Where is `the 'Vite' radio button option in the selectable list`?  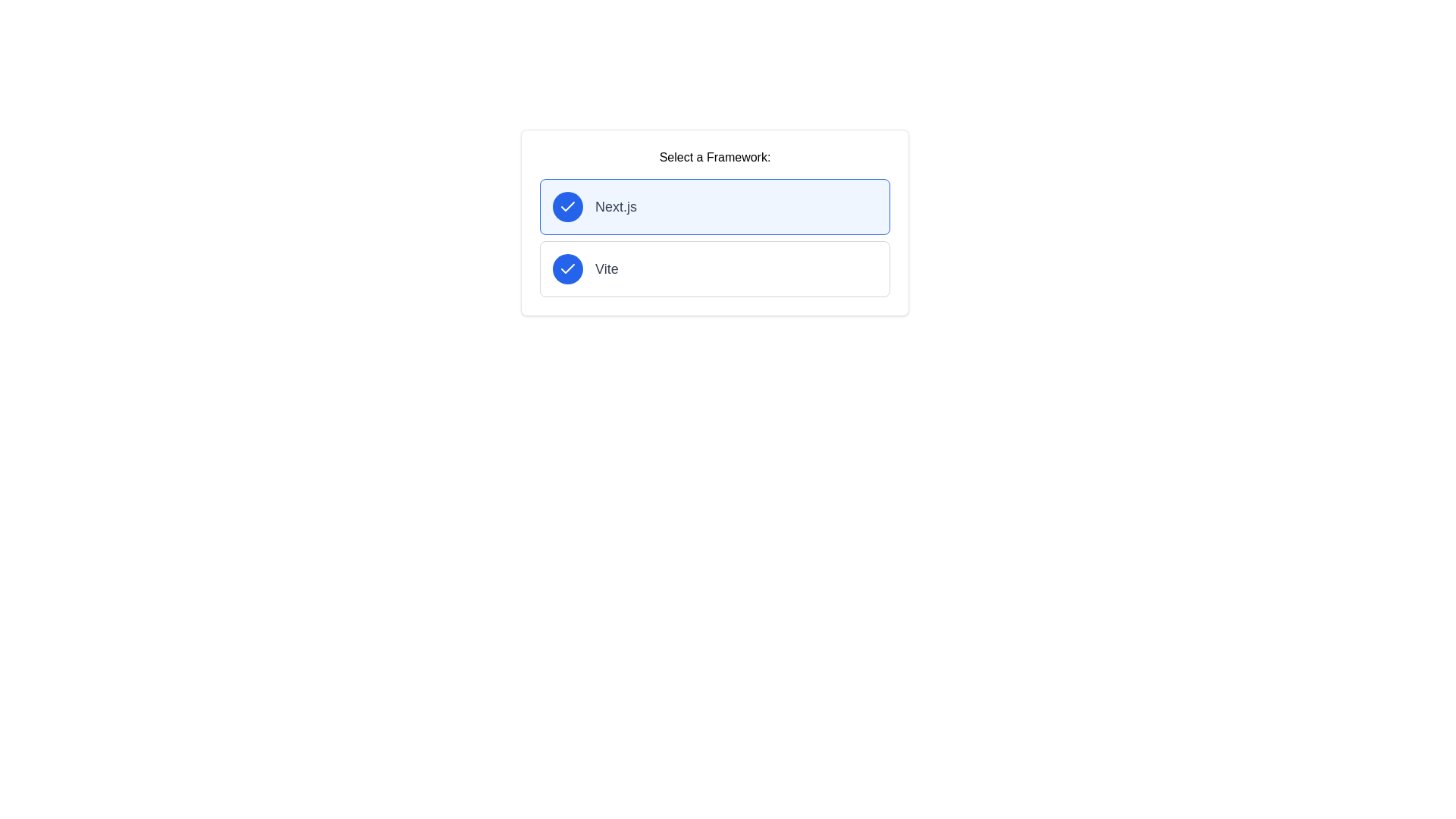
the 'Vite' radio button option in the selectable list is located at coordinates (714, 268).